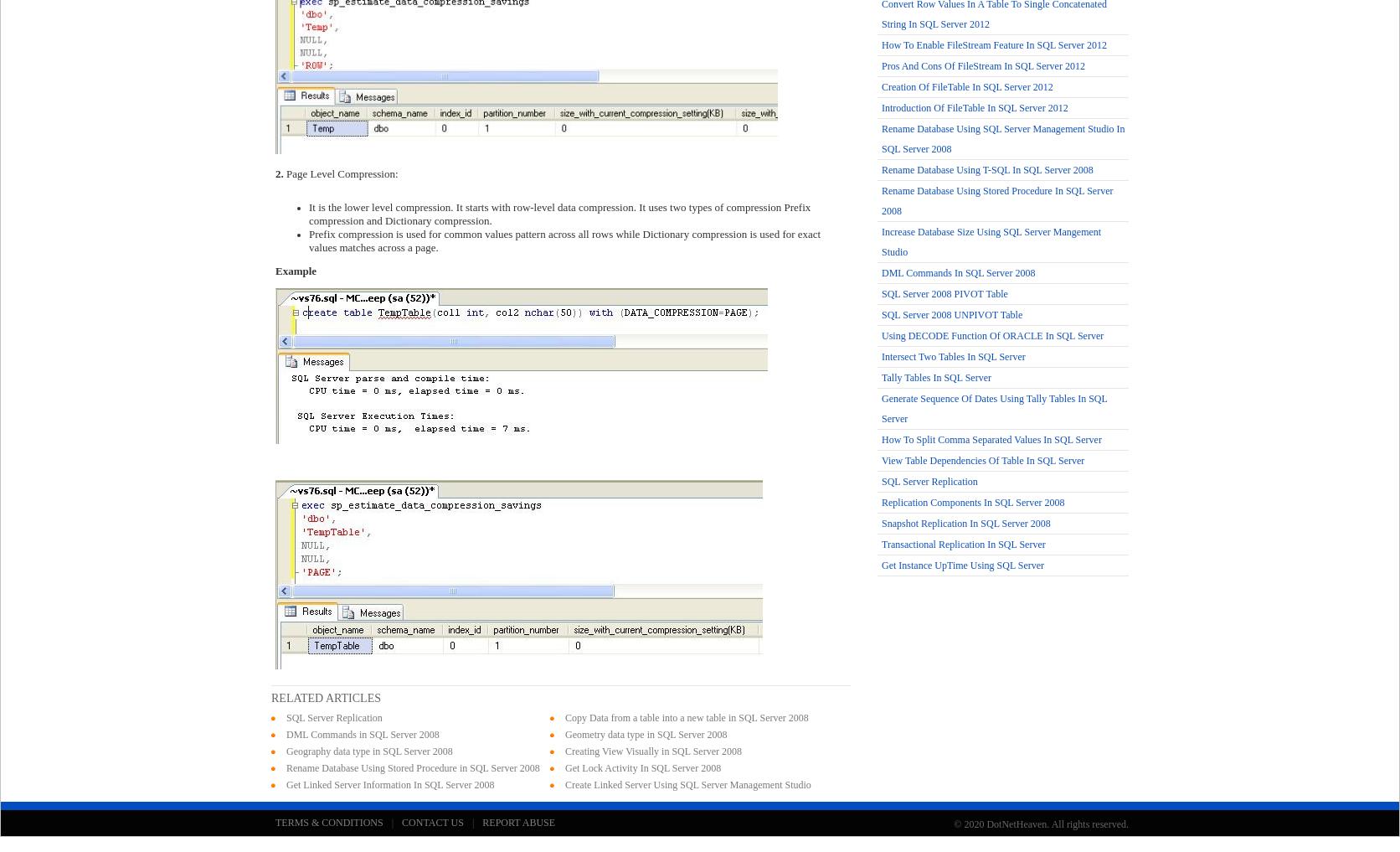 The height and width of the screenshot is (852, 1400). What do you see at coordinates (982, 460) in the screenshot?
I see `'View Table Dependencies Of Table In SQL Server'` at bounding box center [982, 460].